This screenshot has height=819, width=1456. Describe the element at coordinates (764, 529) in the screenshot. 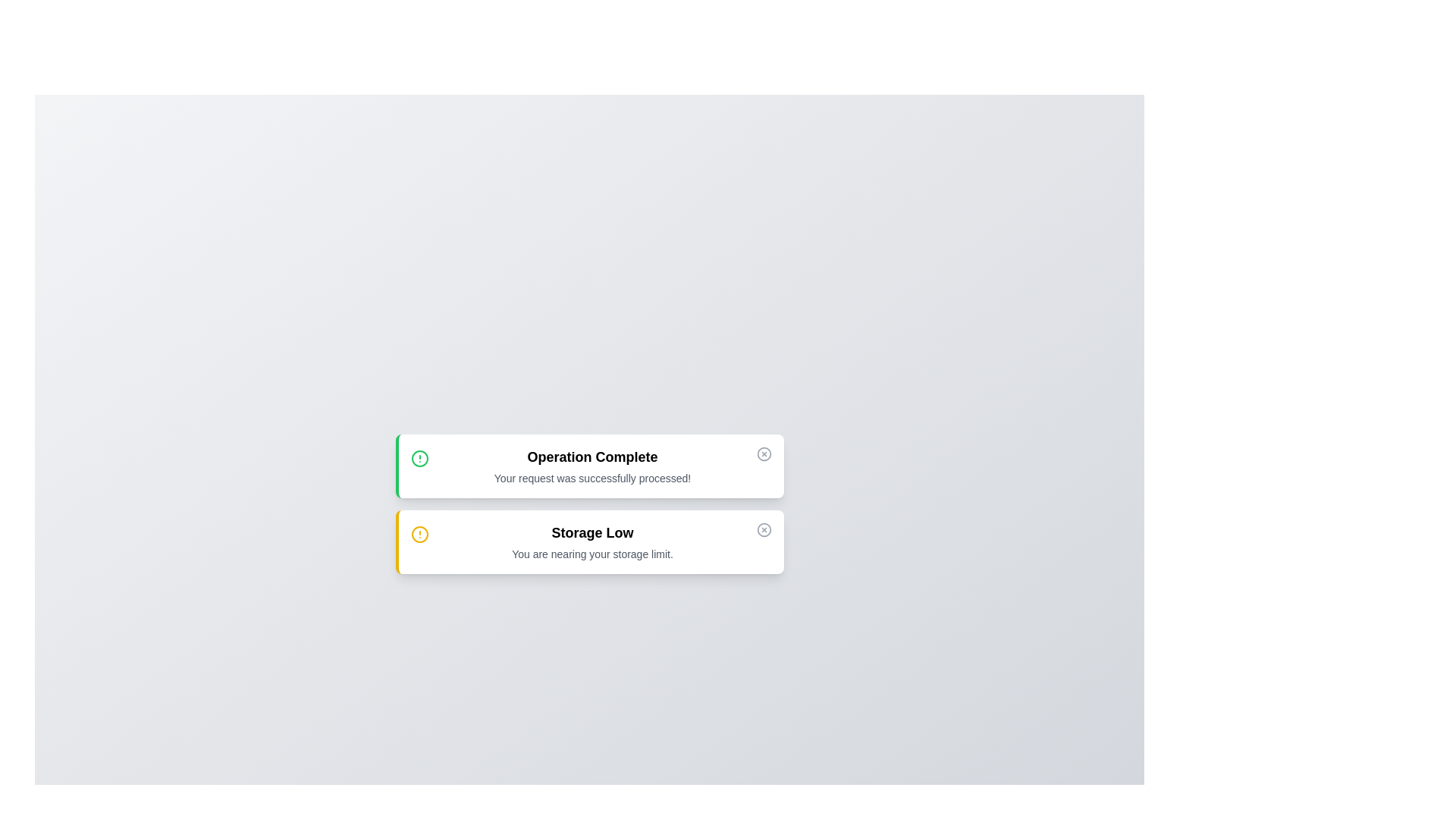

I see `close button for the alert titled 'Storage Low'` at that location.